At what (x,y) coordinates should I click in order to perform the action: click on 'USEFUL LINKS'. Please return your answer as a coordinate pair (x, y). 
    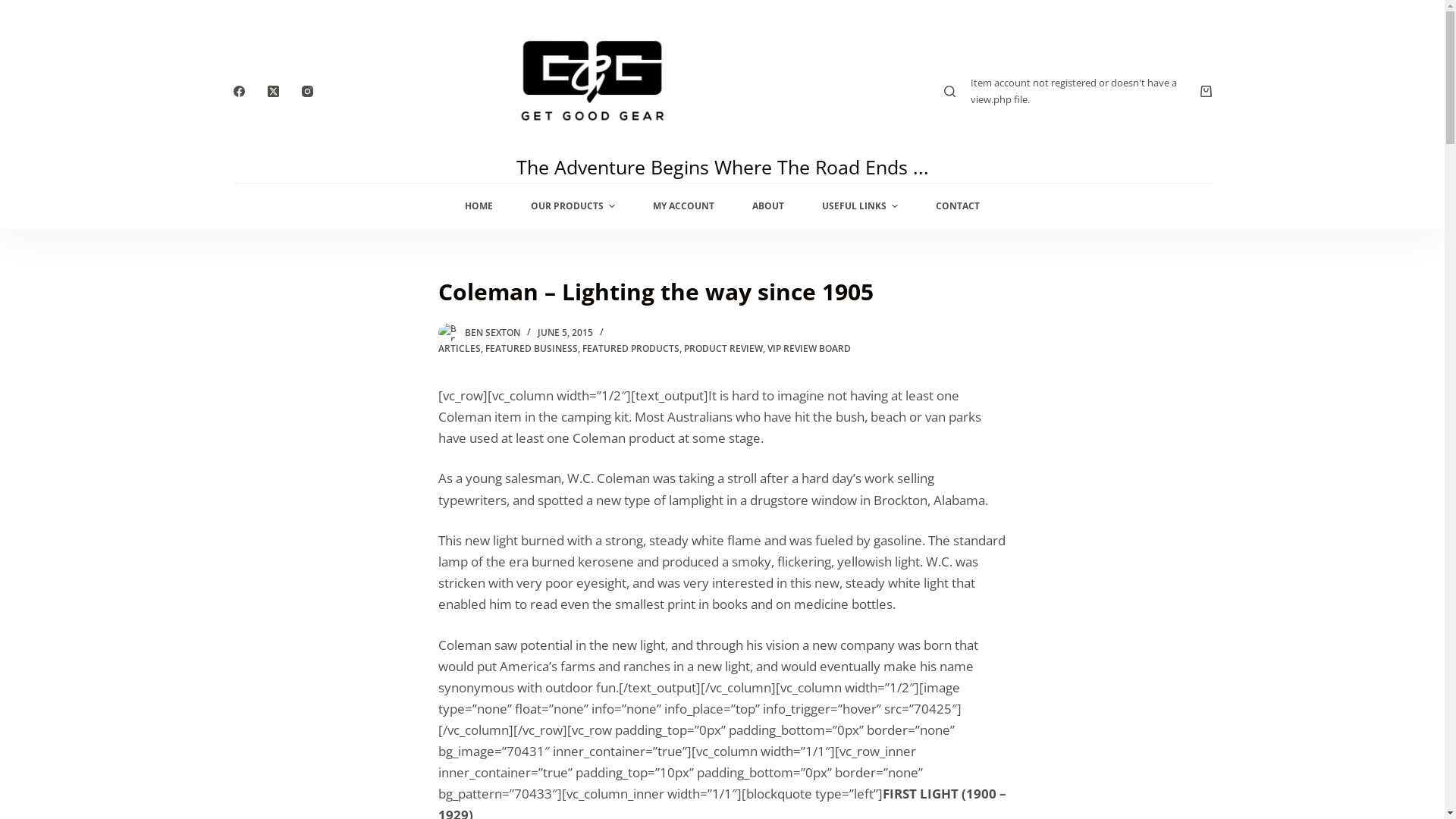
    Looking at the image, I should click on (859, 206).